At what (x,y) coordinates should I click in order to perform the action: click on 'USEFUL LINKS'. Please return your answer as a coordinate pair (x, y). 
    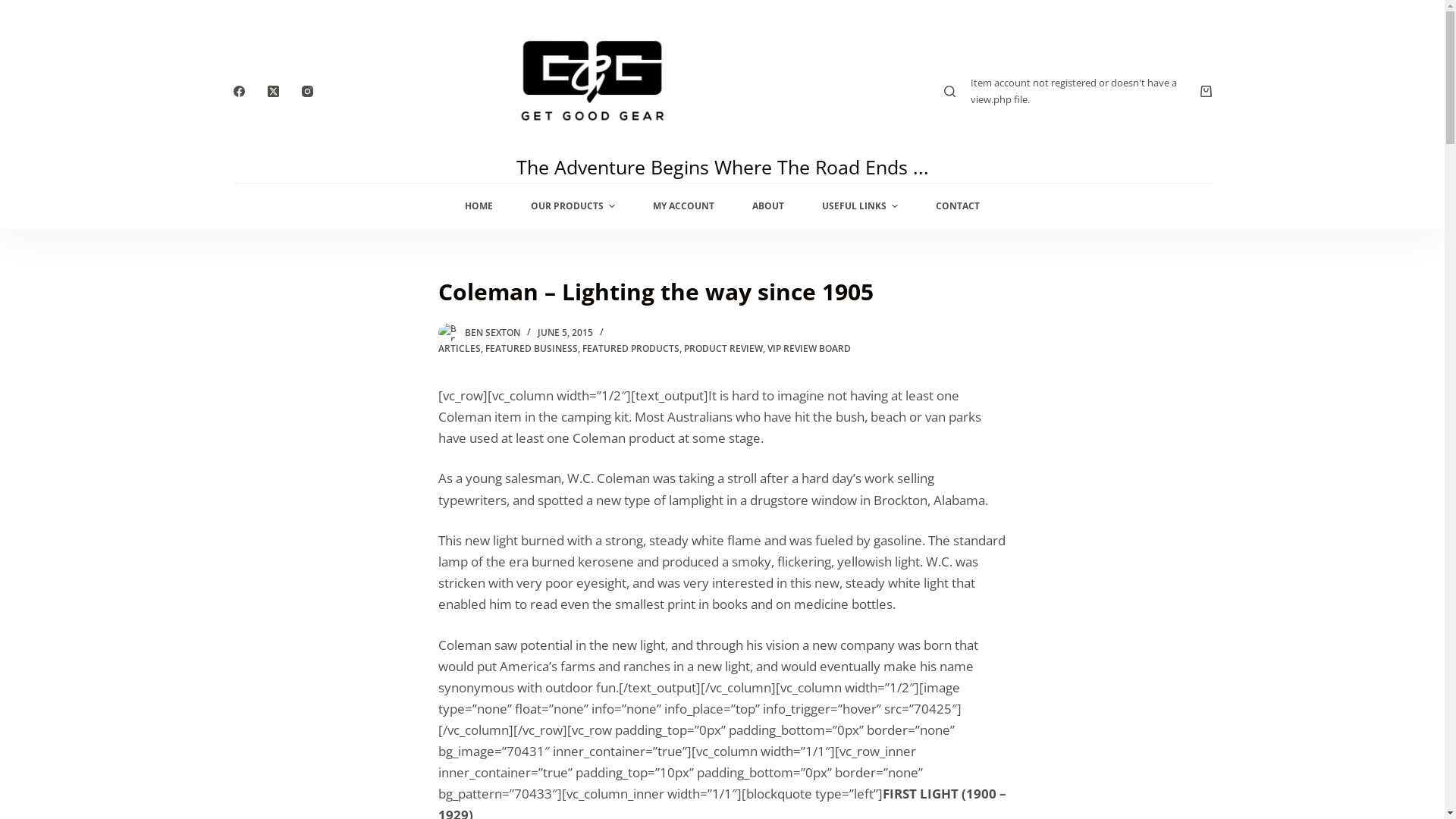
    Looking at the image, I should click on (859, 206).